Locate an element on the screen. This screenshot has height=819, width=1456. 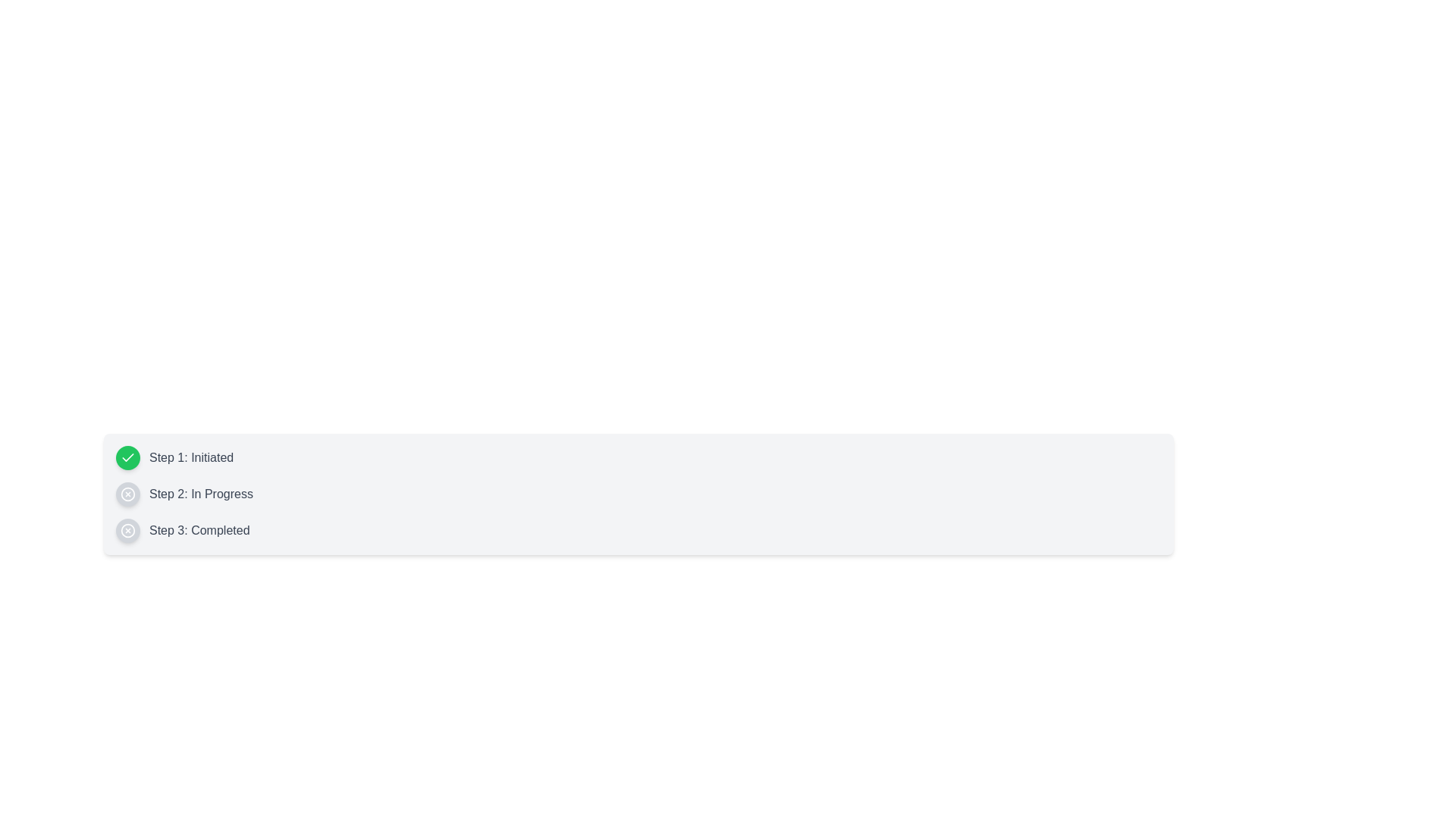
the appearance of the Circular SVG graphic that represents 'Step 3: Completed' in the multi-step visual indicator is located at coordinates (127, 529).